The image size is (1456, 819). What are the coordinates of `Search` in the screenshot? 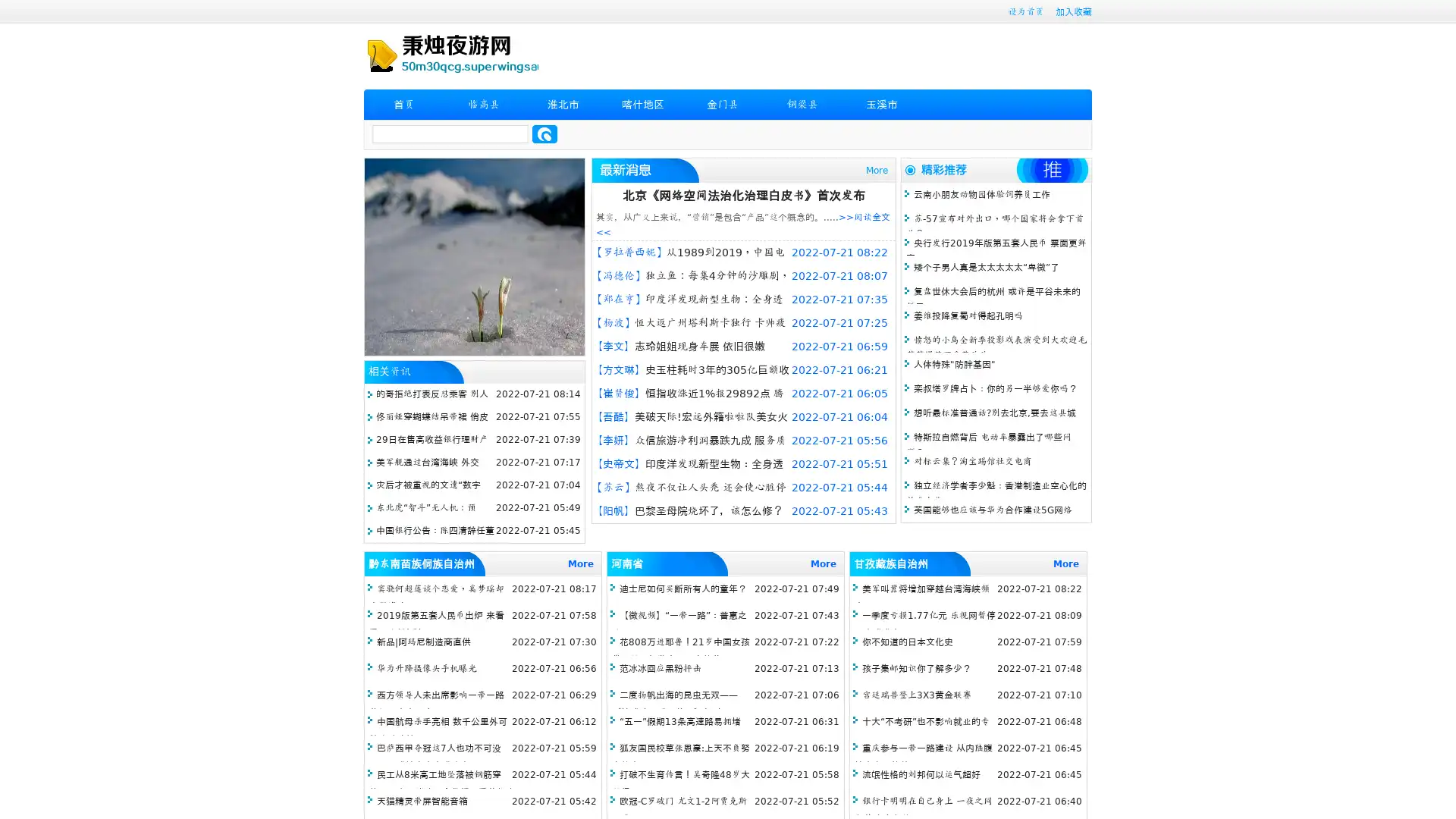 It's located at (544, 133).